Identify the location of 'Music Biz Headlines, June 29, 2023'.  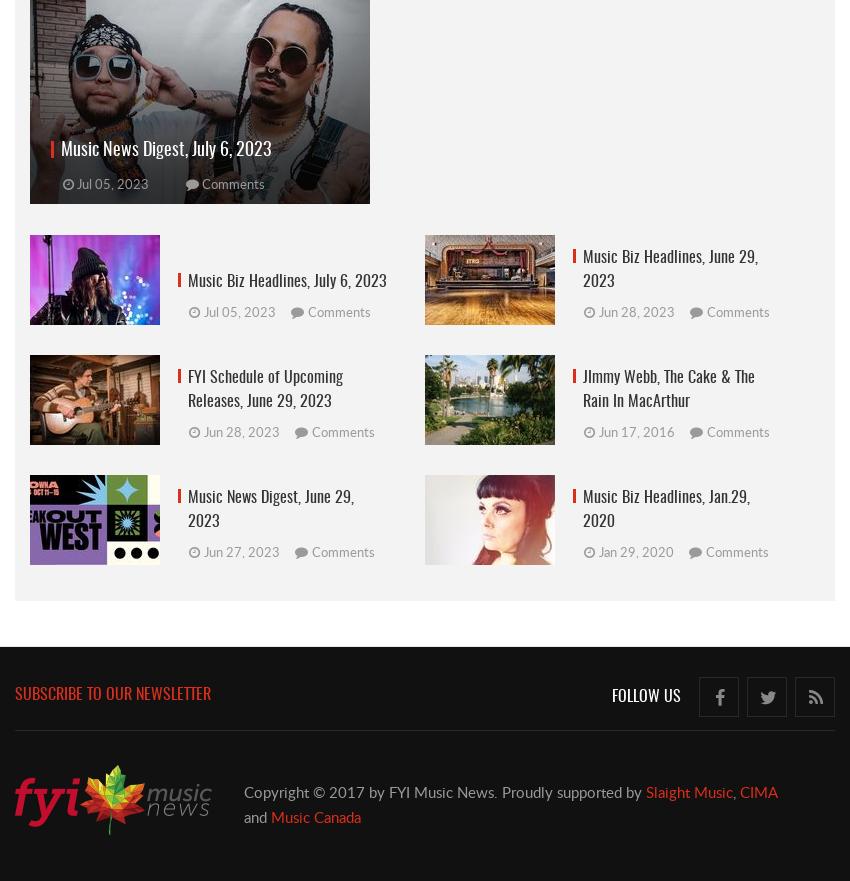
(670, 270).